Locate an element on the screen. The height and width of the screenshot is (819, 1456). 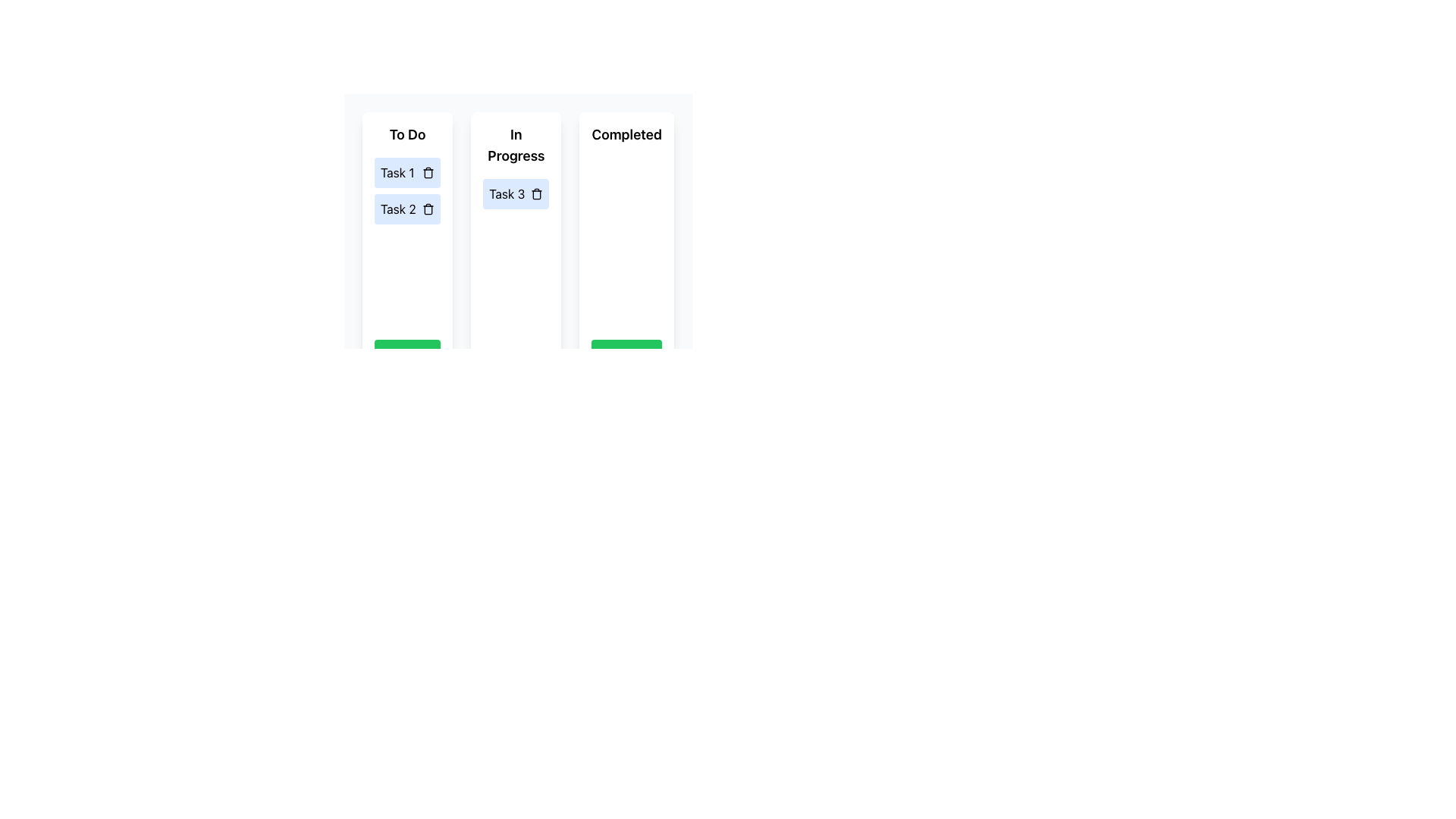
the Text Label that displays 'Completed' in bold font at the top of the card layout is located at coordinates (626, 133).